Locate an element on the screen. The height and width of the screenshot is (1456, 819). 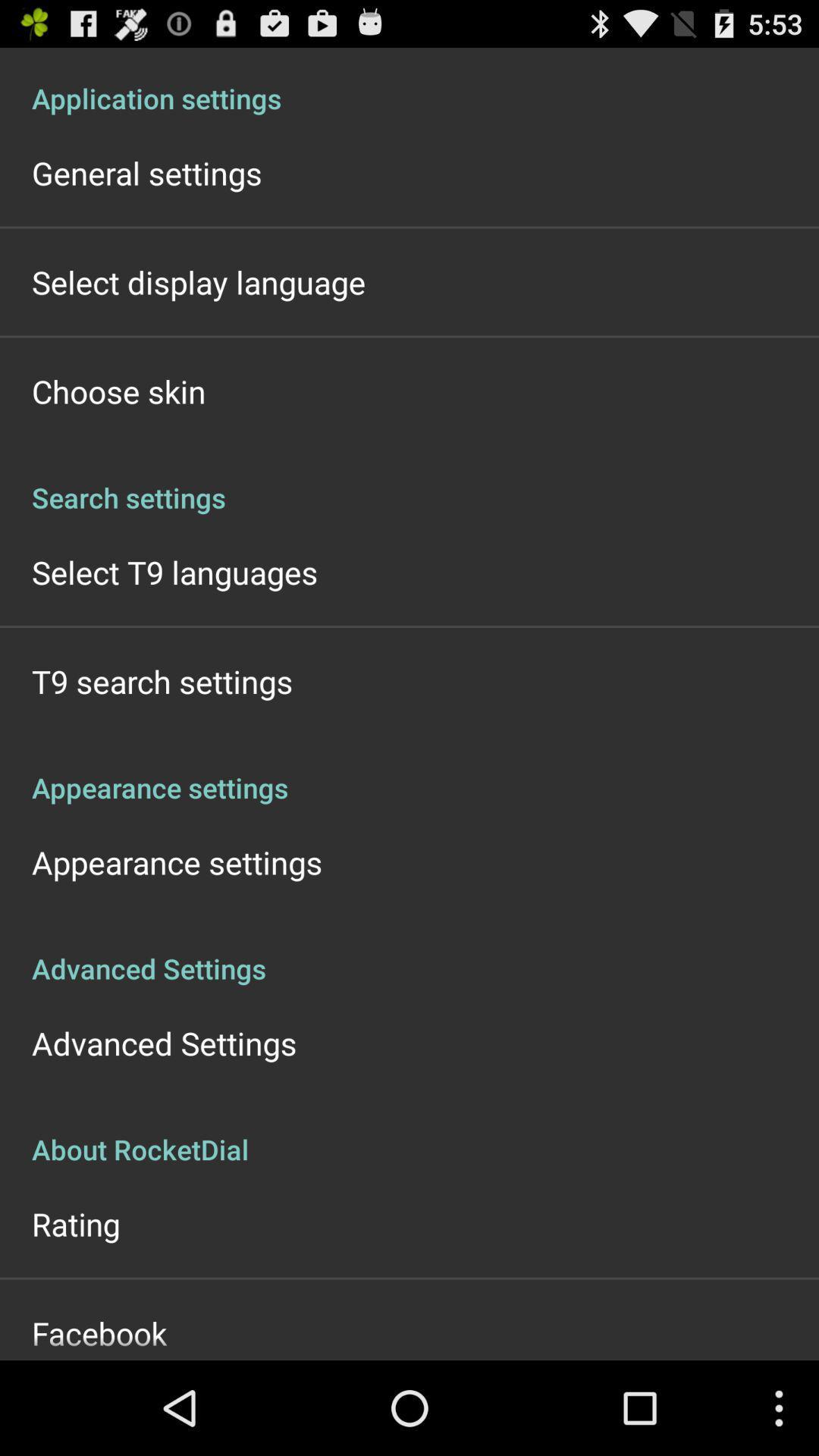
app below the about rocketdial is located at coordinates (76, 1223).